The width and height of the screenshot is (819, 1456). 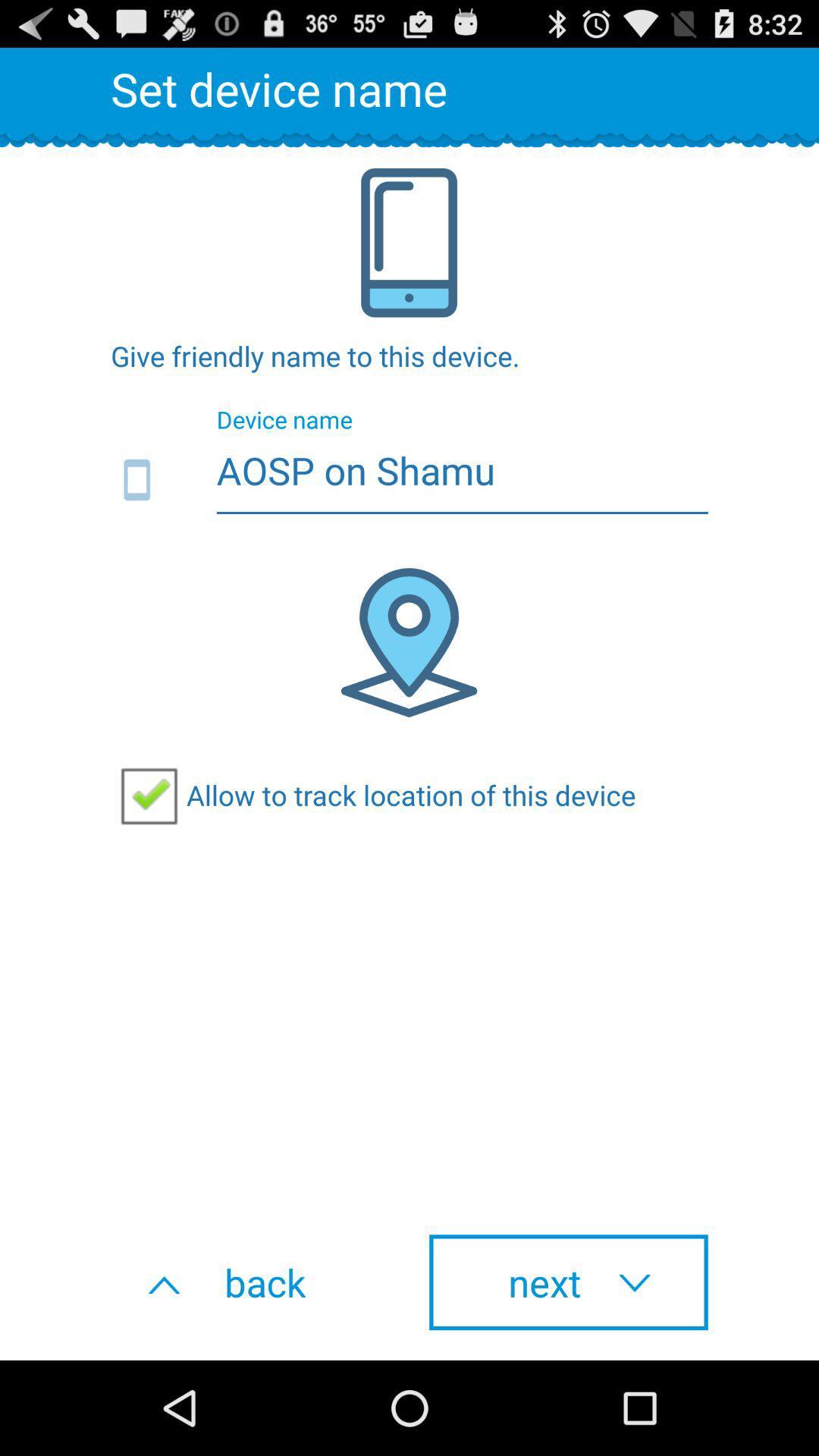 What do you see at coordinates (409, 480) in the screenshot?
I see `the item below the give friendly name icon` at bounding box center [409, 480].